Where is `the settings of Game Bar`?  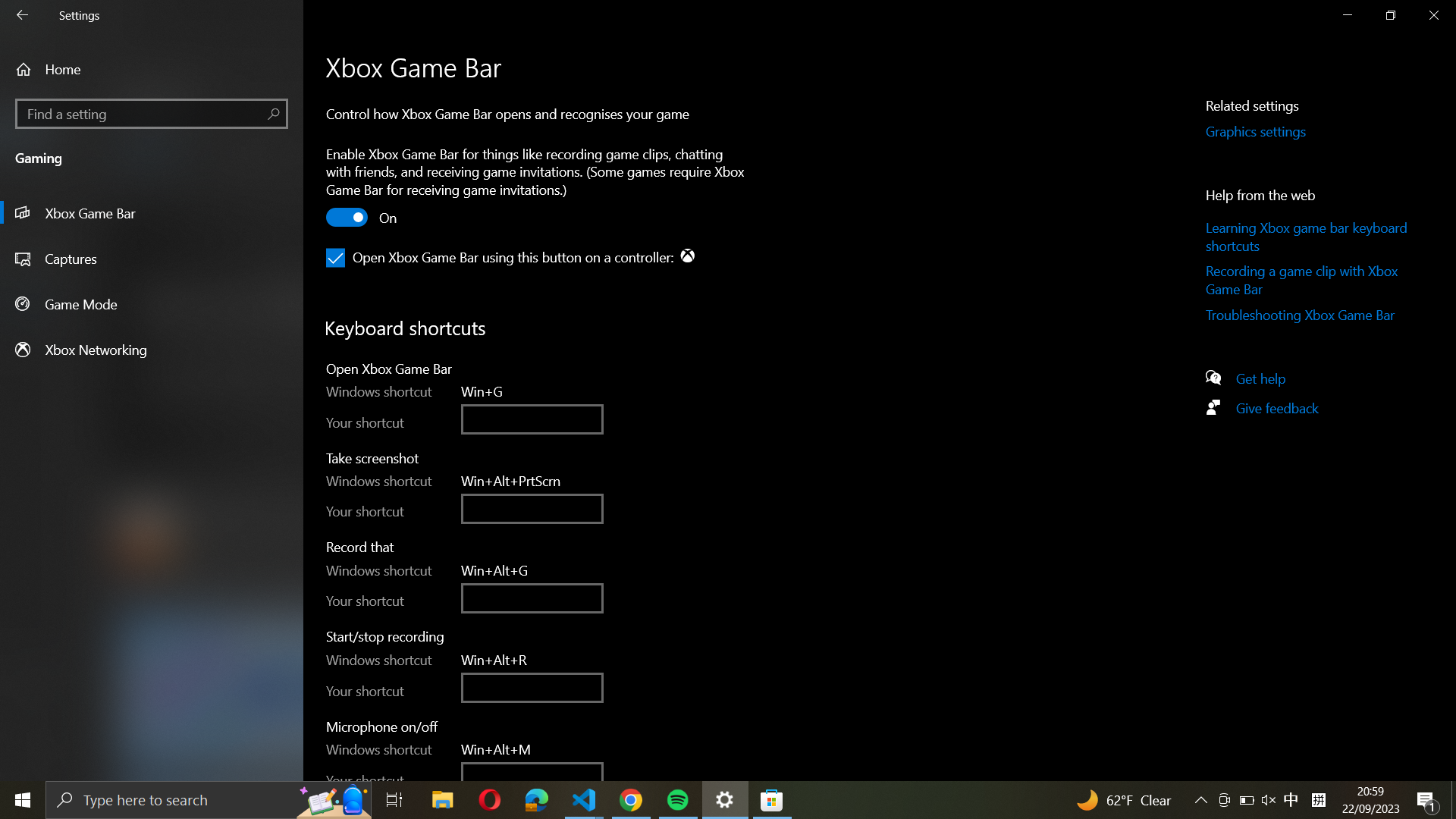
the settings of Game Bar is located at coordinates (150, 213).